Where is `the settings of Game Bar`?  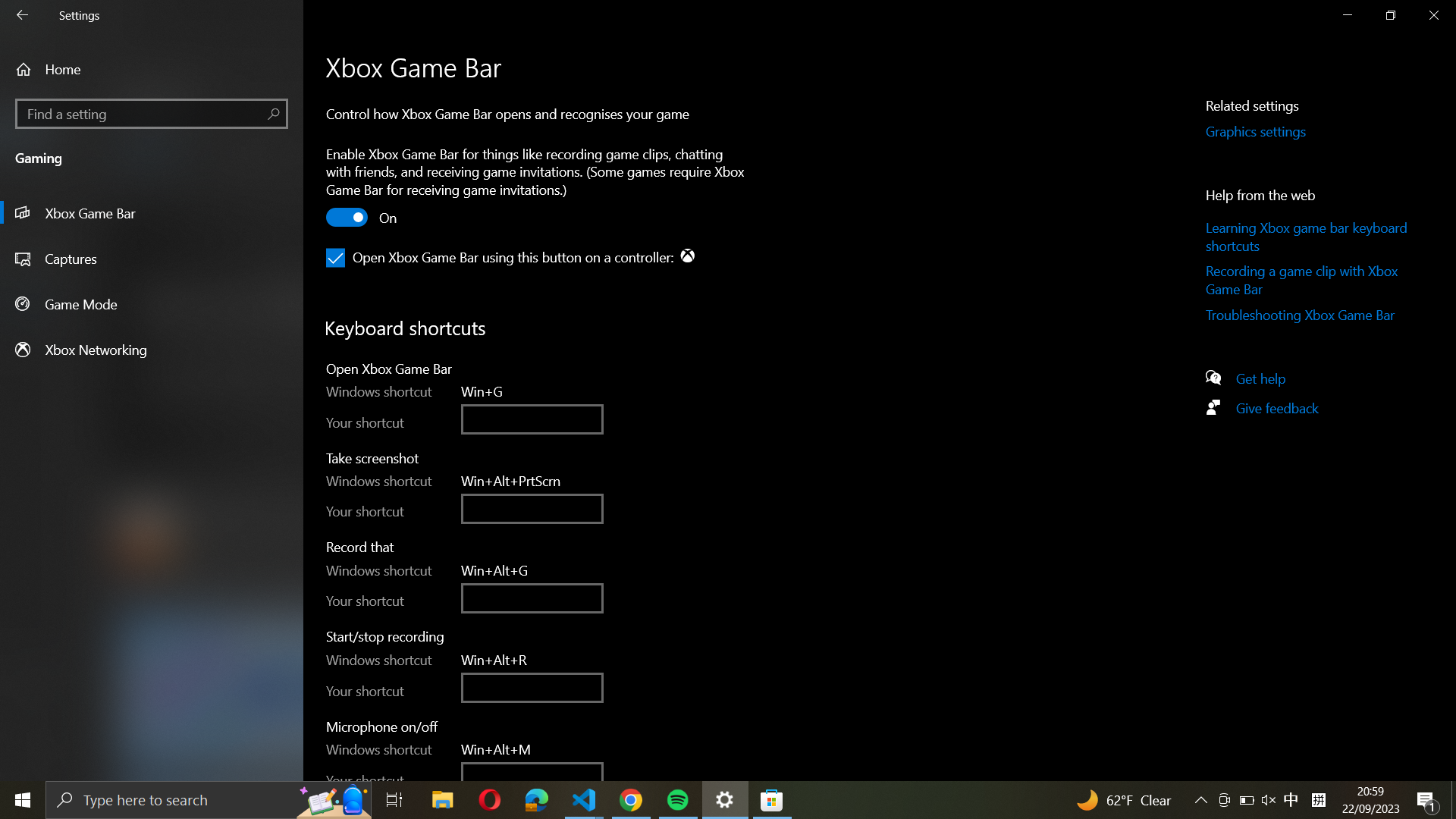
the settings of Game Bar is located at coordinates (150, 213).